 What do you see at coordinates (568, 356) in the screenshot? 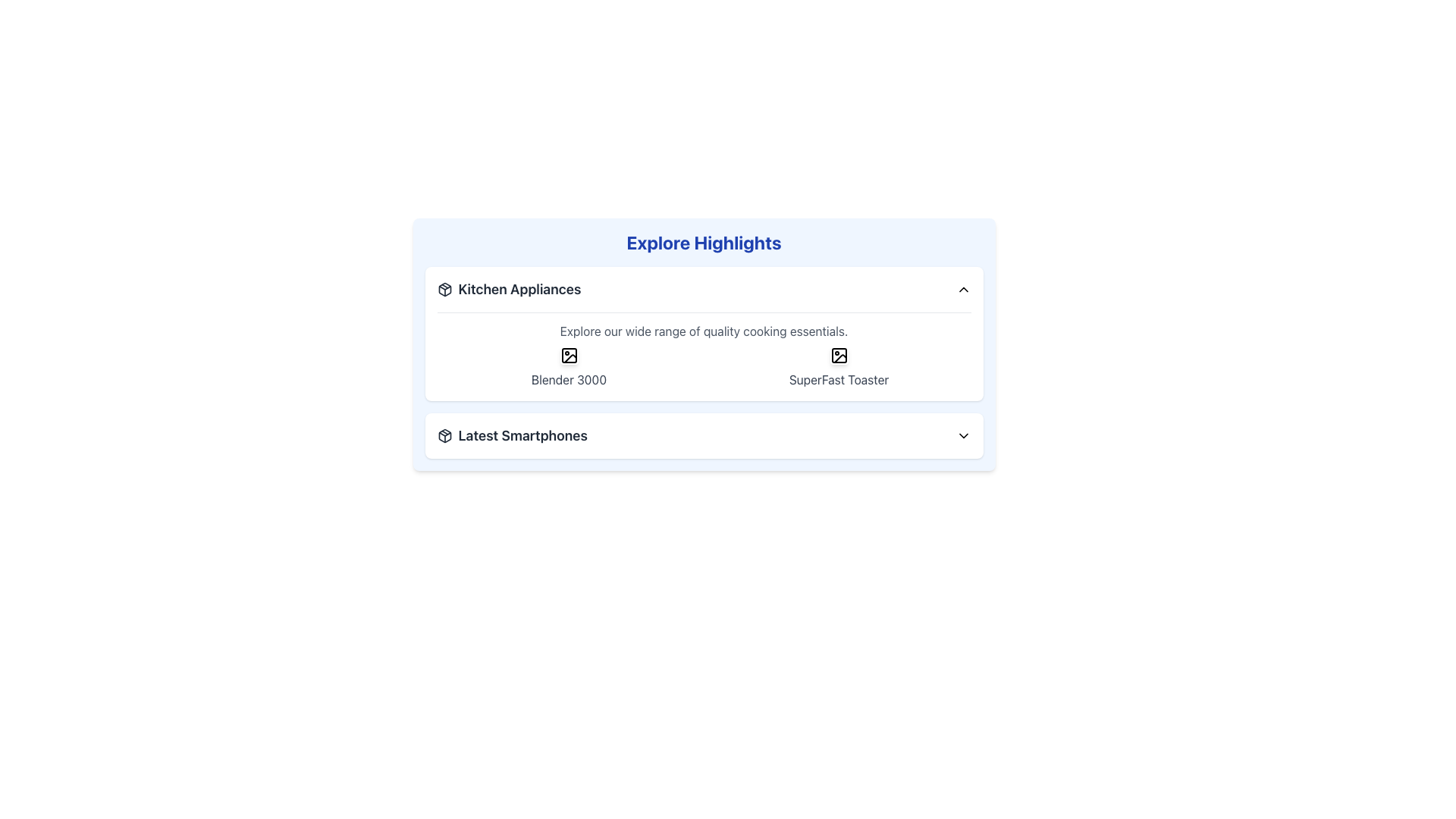
I see `the decorative rectangle positioned in the upper-left region of the 'Blender 3000' image box under 'Kitchen Appliances'` at bounding box center [568, 356].